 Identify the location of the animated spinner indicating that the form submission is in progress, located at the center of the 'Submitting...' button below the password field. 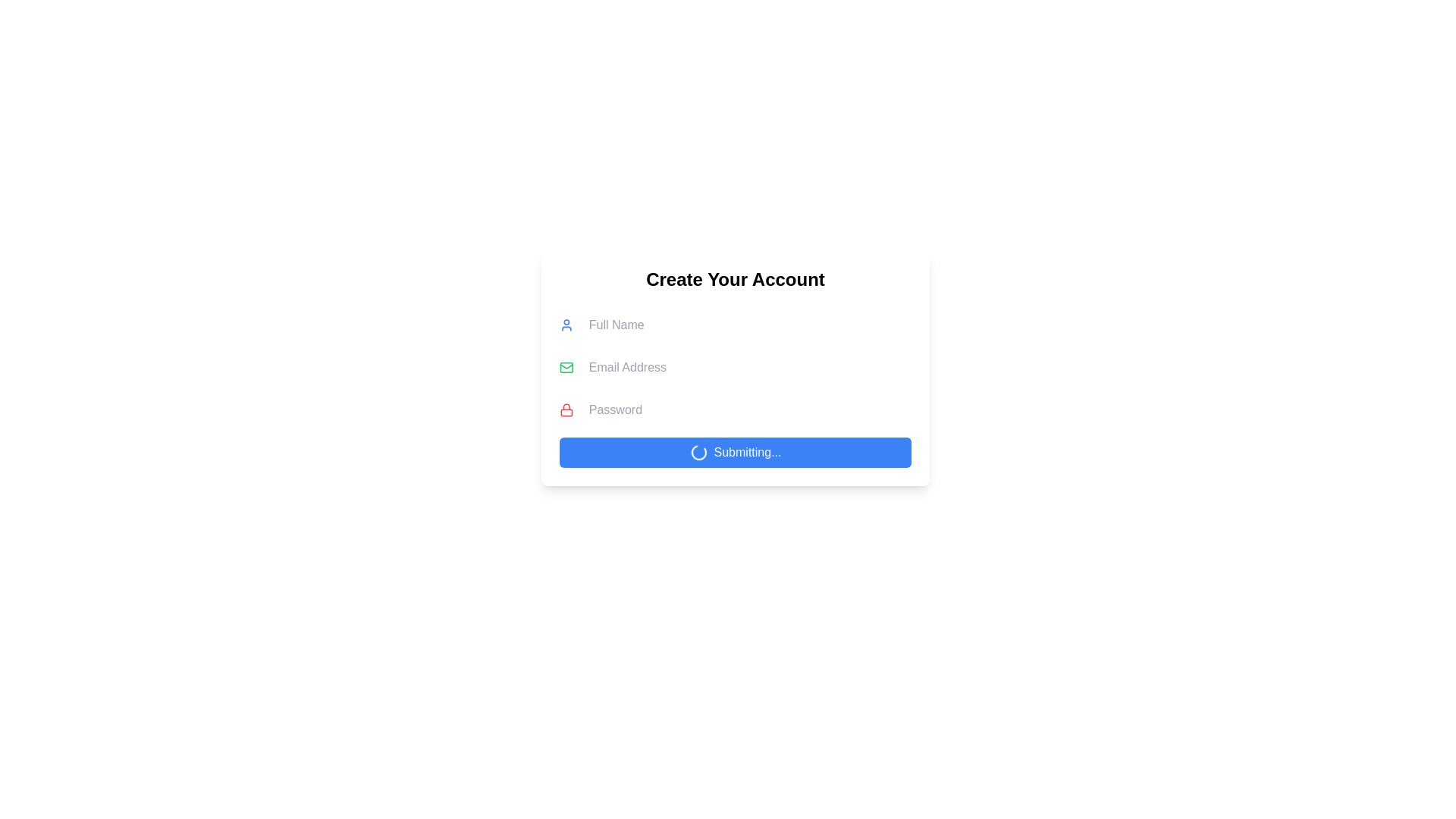
(698, 452).